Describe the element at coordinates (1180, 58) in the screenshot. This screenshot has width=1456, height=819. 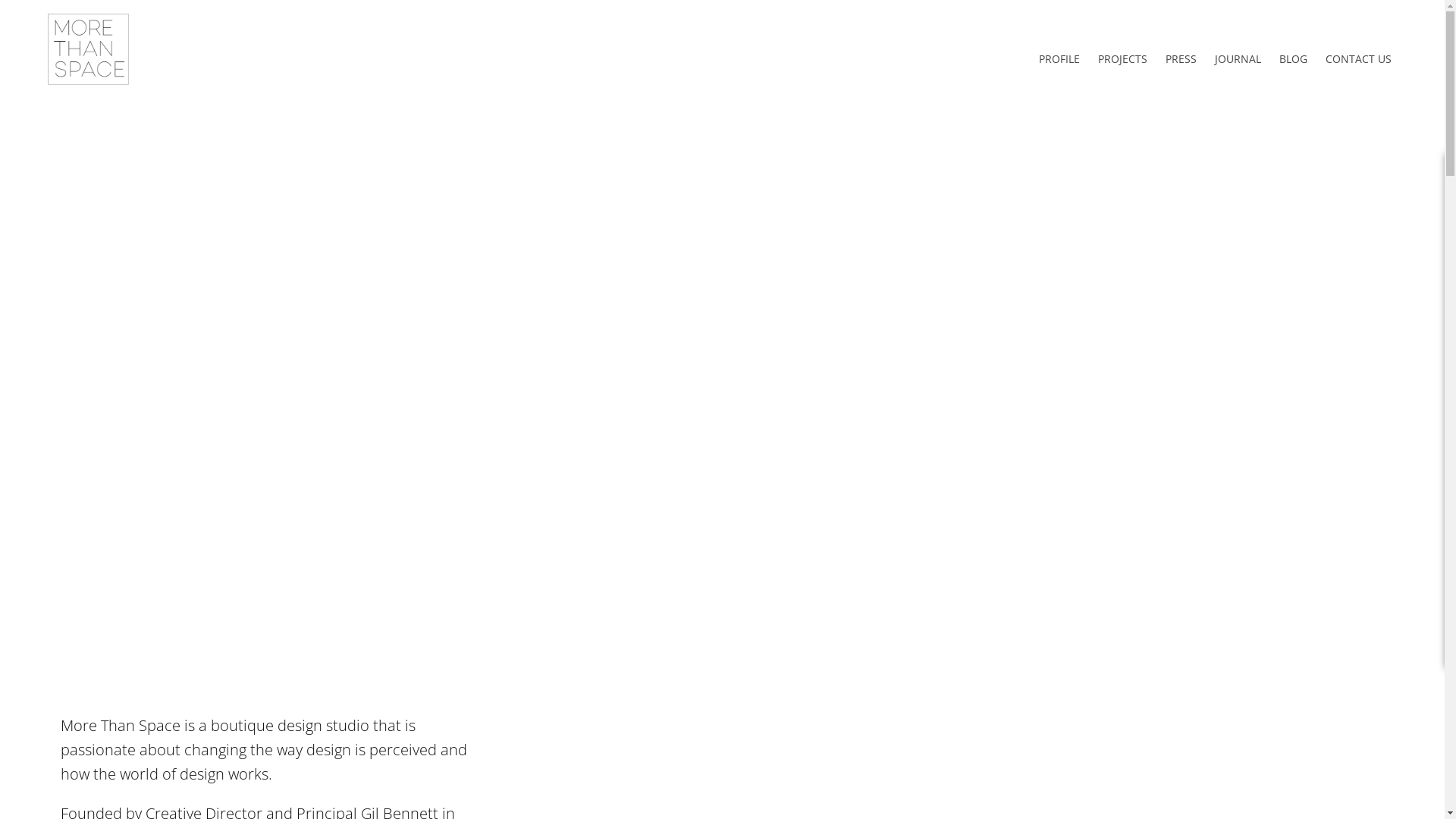
I see `'PRESS'` at that location.